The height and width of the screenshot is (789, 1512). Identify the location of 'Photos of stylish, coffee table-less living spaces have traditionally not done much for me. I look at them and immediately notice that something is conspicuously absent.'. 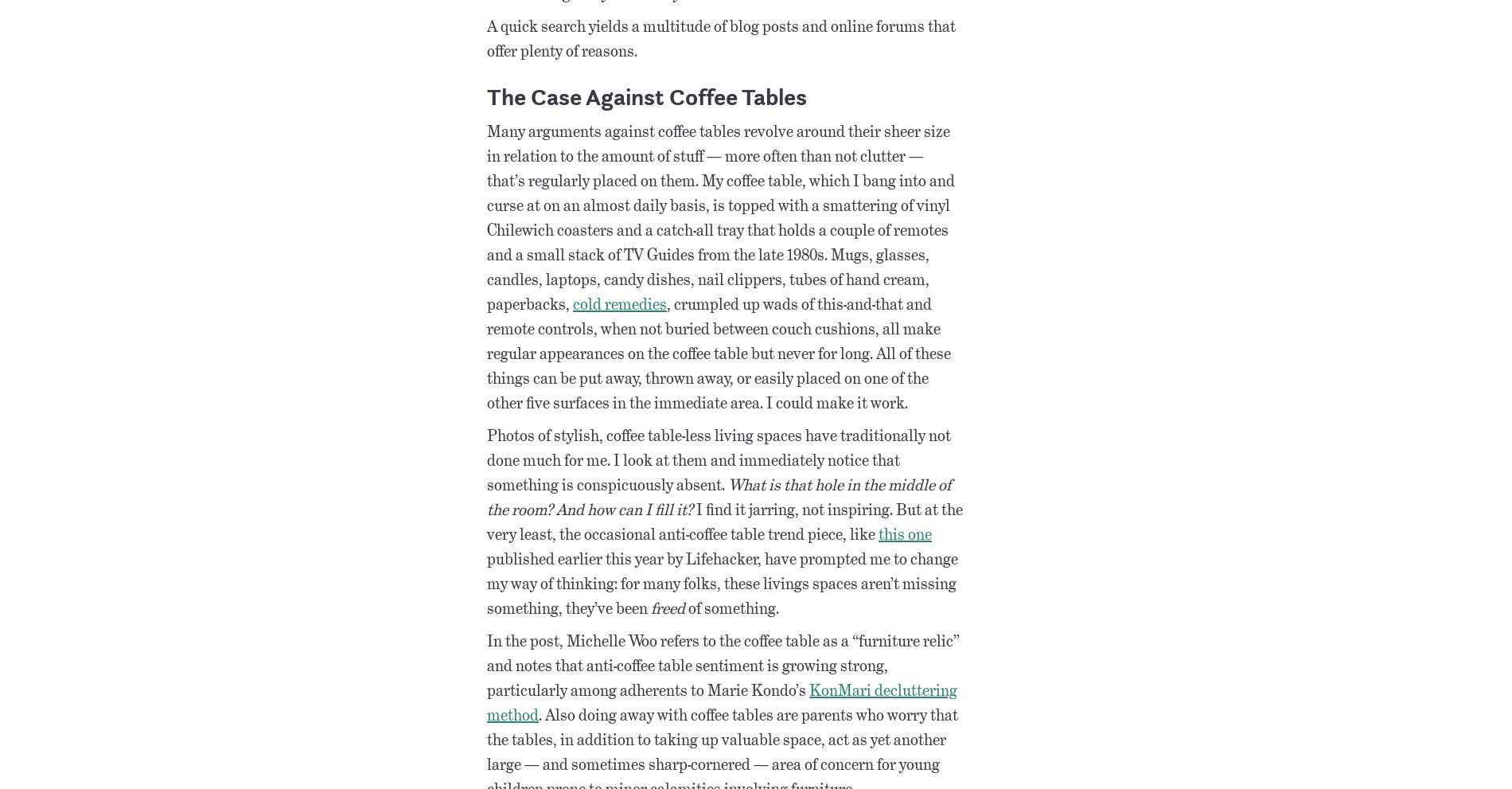
(486, 459).